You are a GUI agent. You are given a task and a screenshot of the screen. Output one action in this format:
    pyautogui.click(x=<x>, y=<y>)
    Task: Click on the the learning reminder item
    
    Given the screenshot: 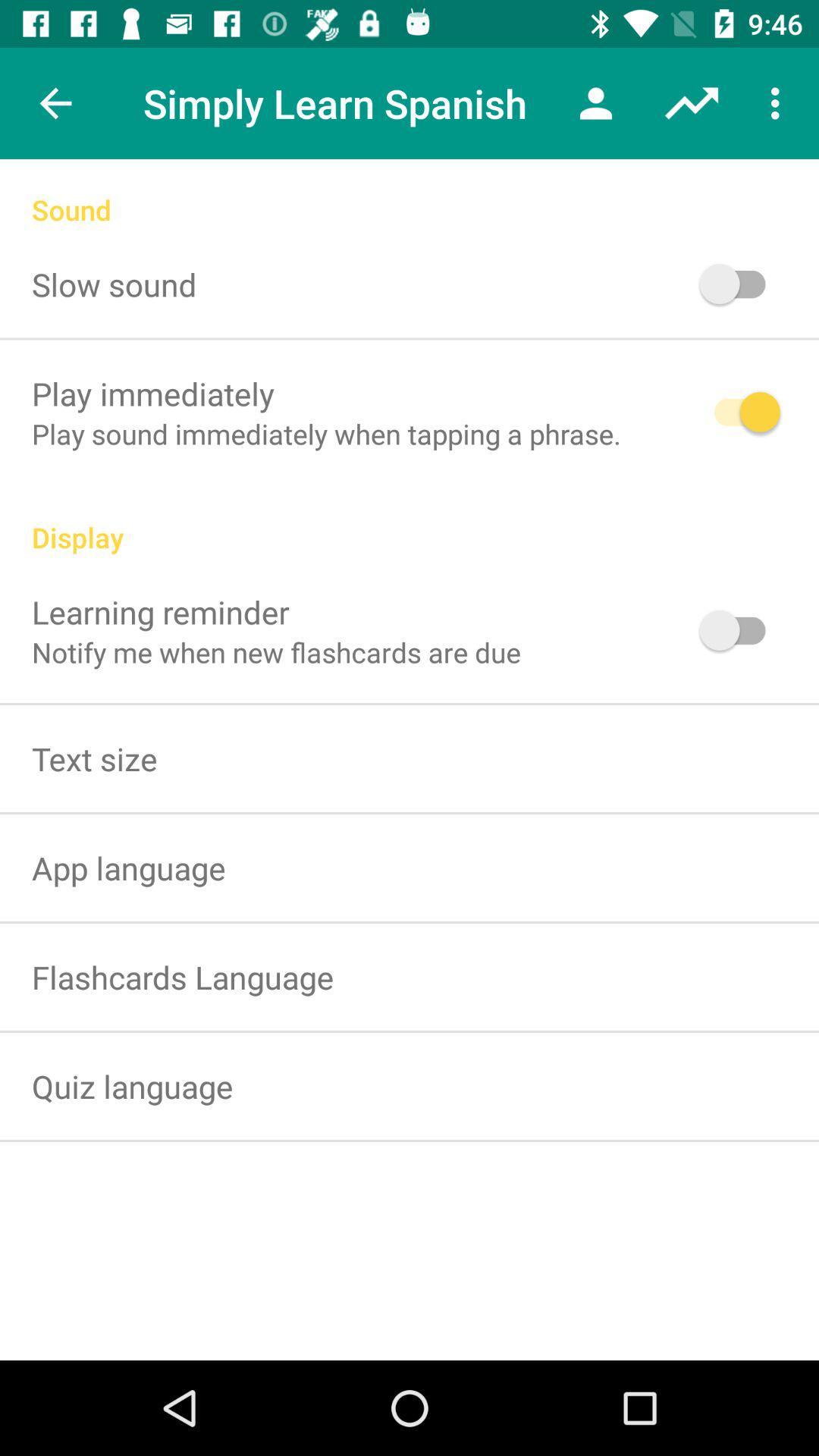 What is the action you would take?
    pyautogui.click(x=160, y=611)
    